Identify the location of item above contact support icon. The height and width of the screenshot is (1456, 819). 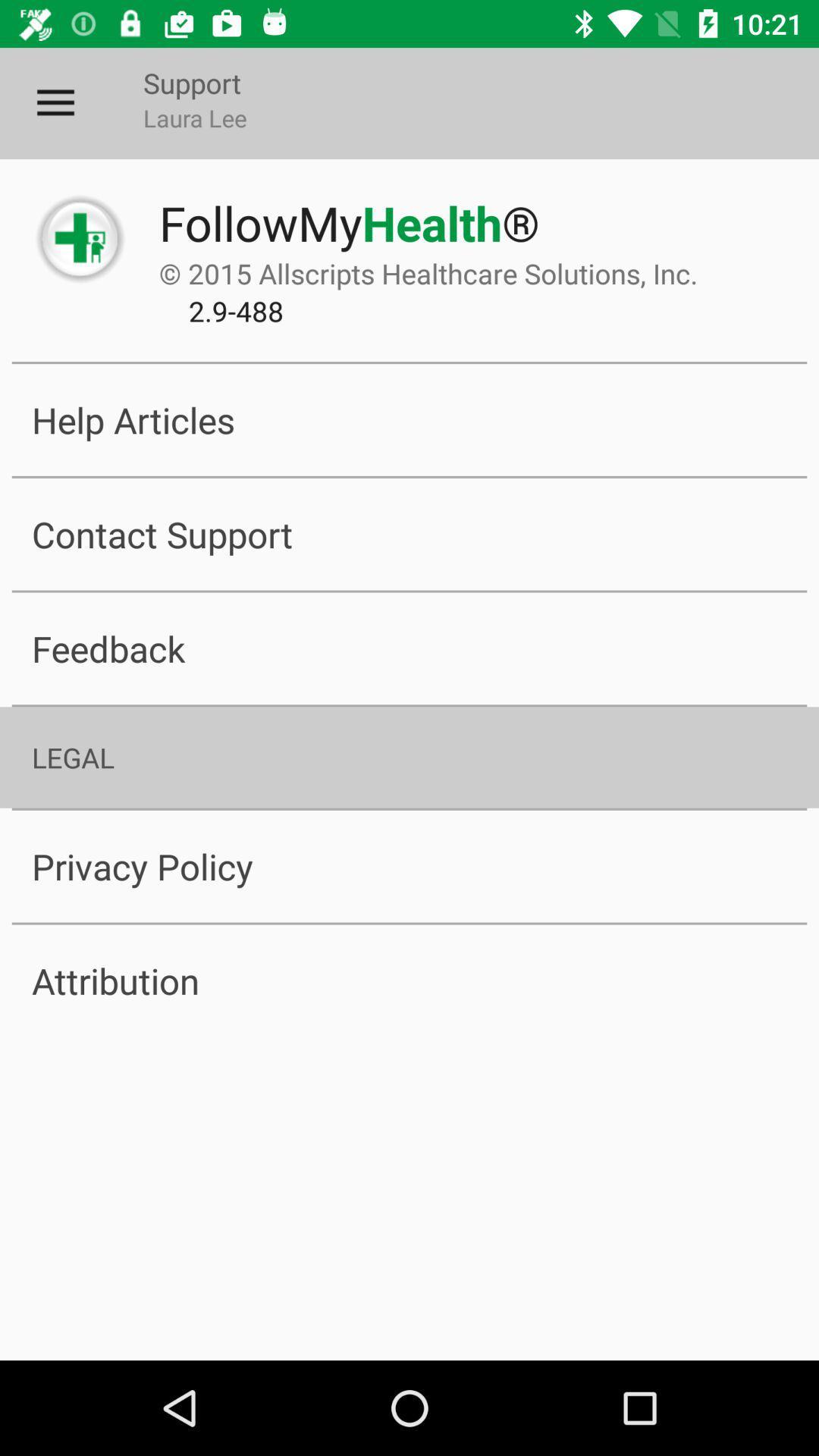
(409, 419).